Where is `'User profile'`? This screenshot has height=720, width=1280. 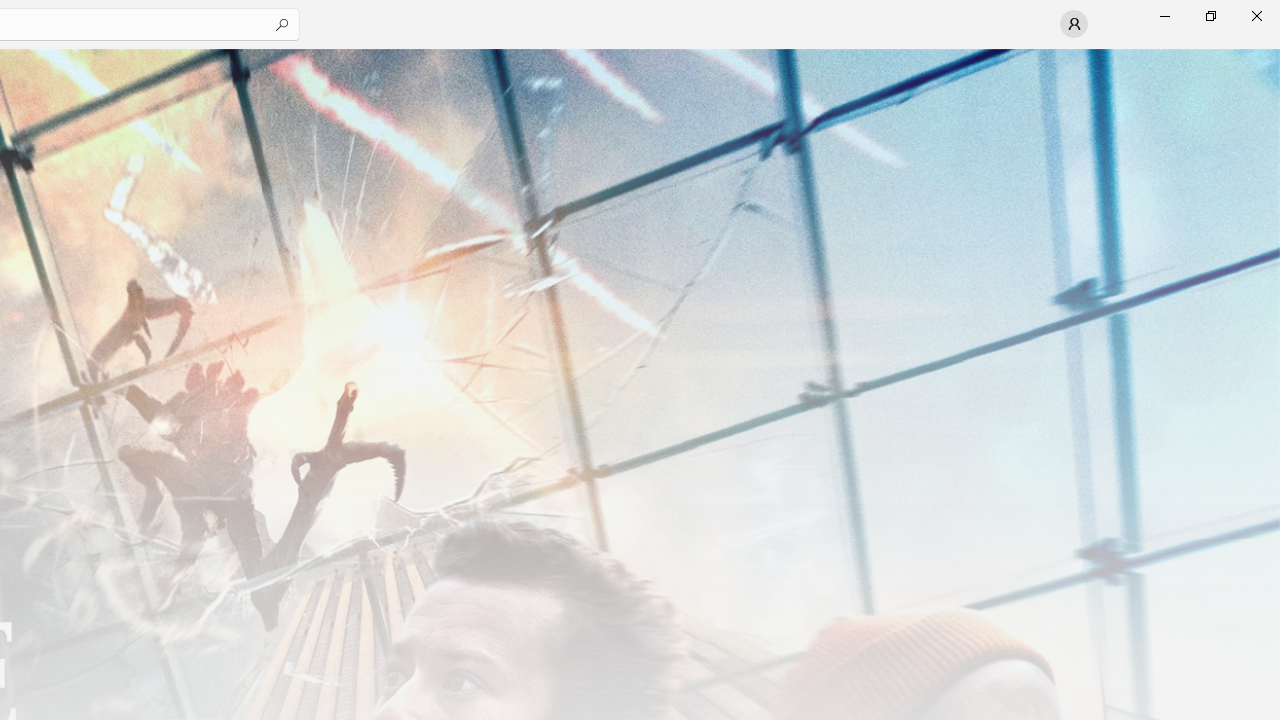 'User profile' is located at coordinates (1072, 24).